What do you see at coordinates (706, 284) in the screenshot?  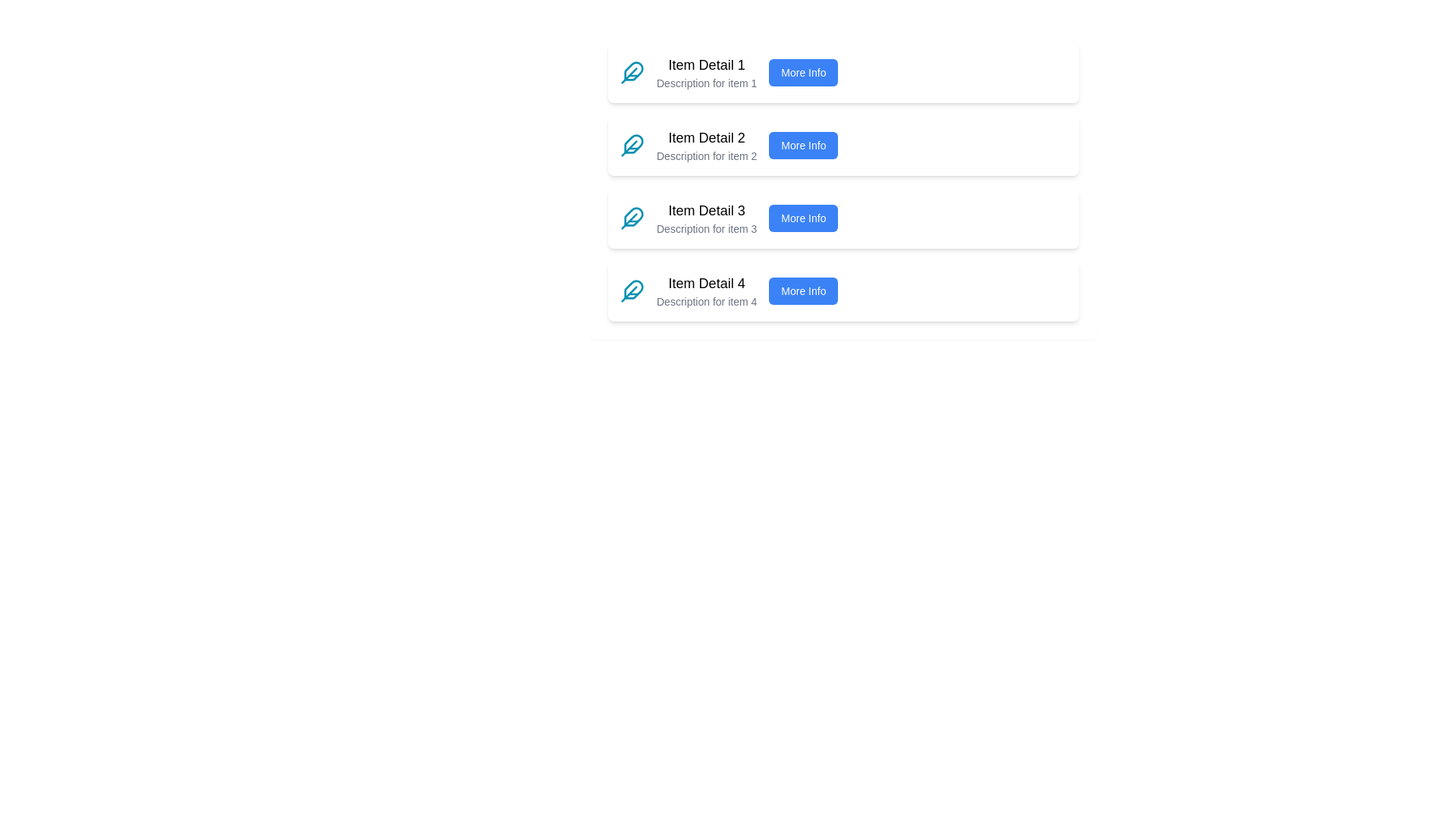 I see `the title text element located in the fourth position of the vertically ordered list, situated between 'Item Detail 3' and 'Description for item 4'` at bounding box center [706, 284].